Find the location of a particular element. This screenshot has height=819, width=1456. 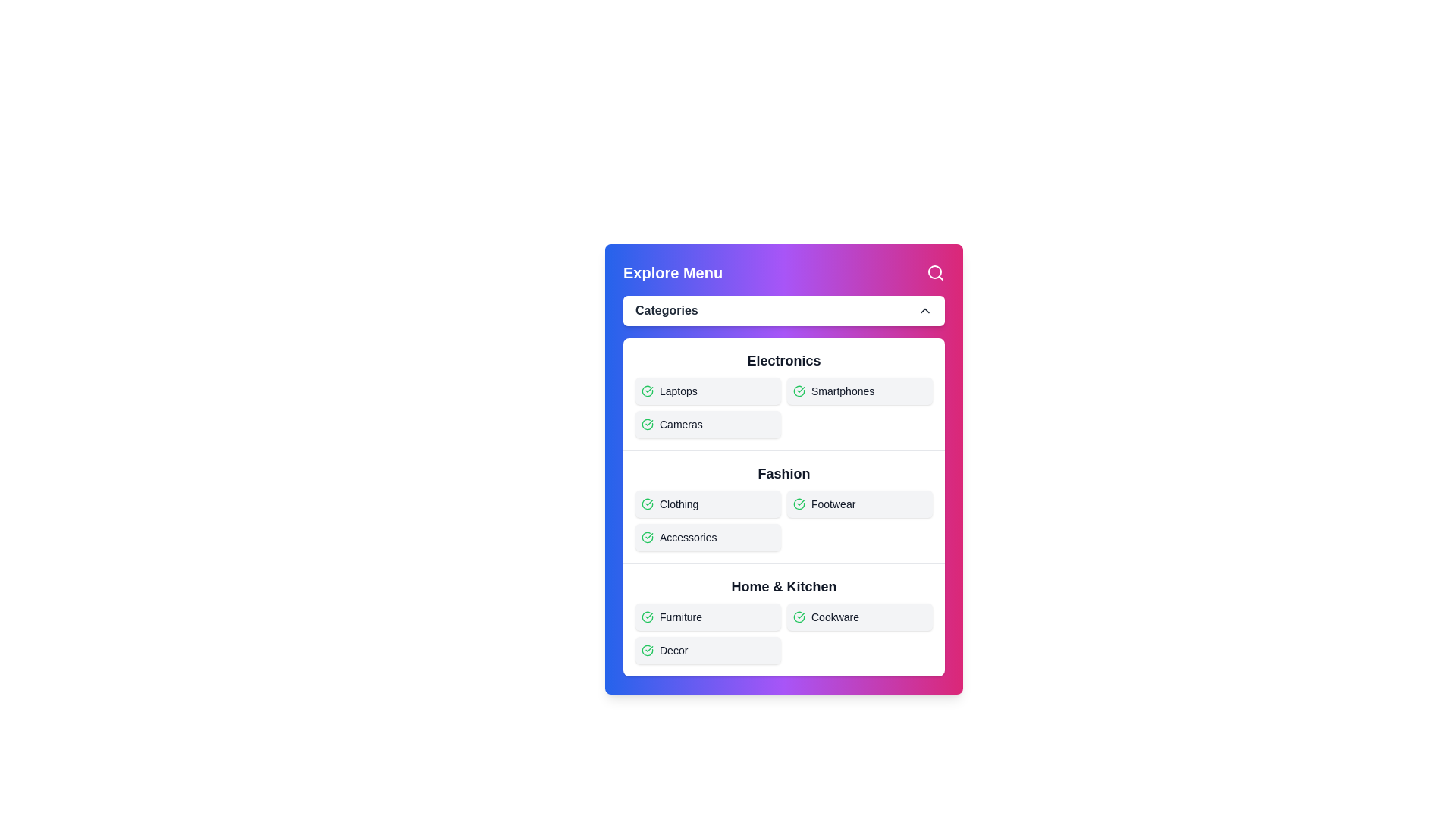

the Icon with a checkmark inside a circle that indicates the 'Smartphones' option is selected, located to the left of the 'Smartphones' label under the 'Electronics' category is located at coordinates (799, 391).